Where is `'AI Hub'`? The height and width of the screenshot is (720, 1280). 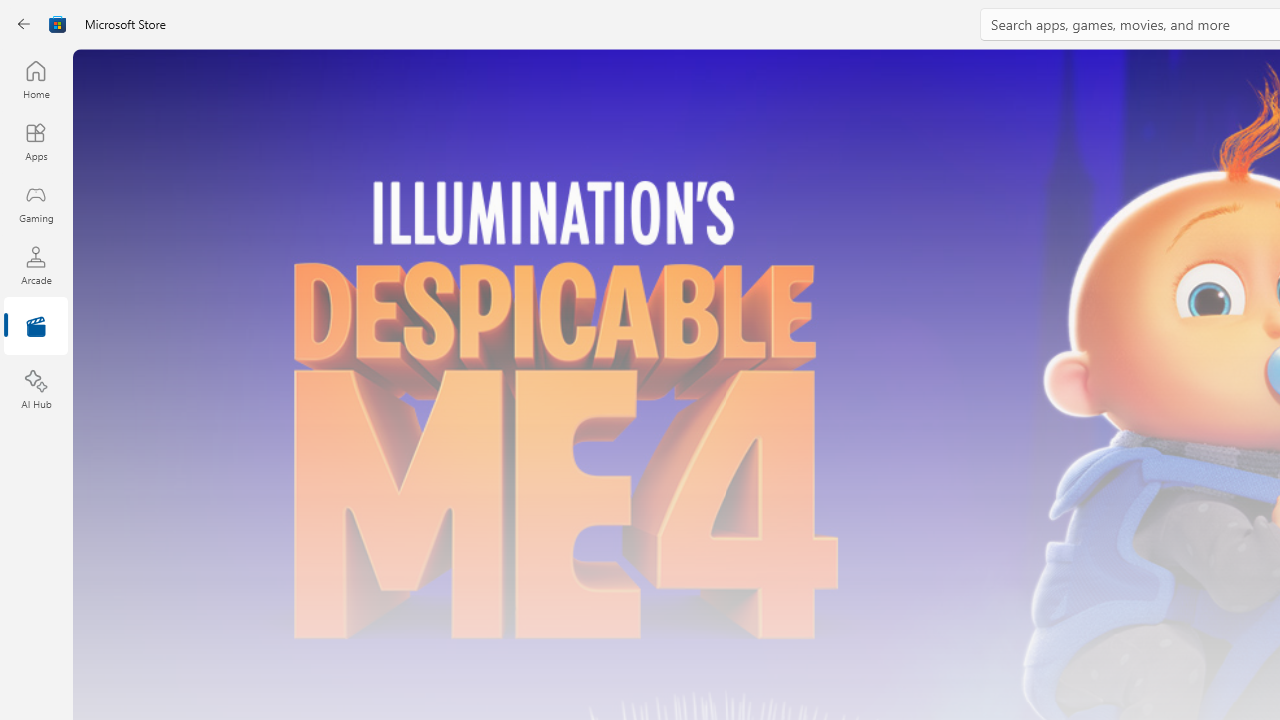 'AI Hub' is located at coordinates (35, 390).